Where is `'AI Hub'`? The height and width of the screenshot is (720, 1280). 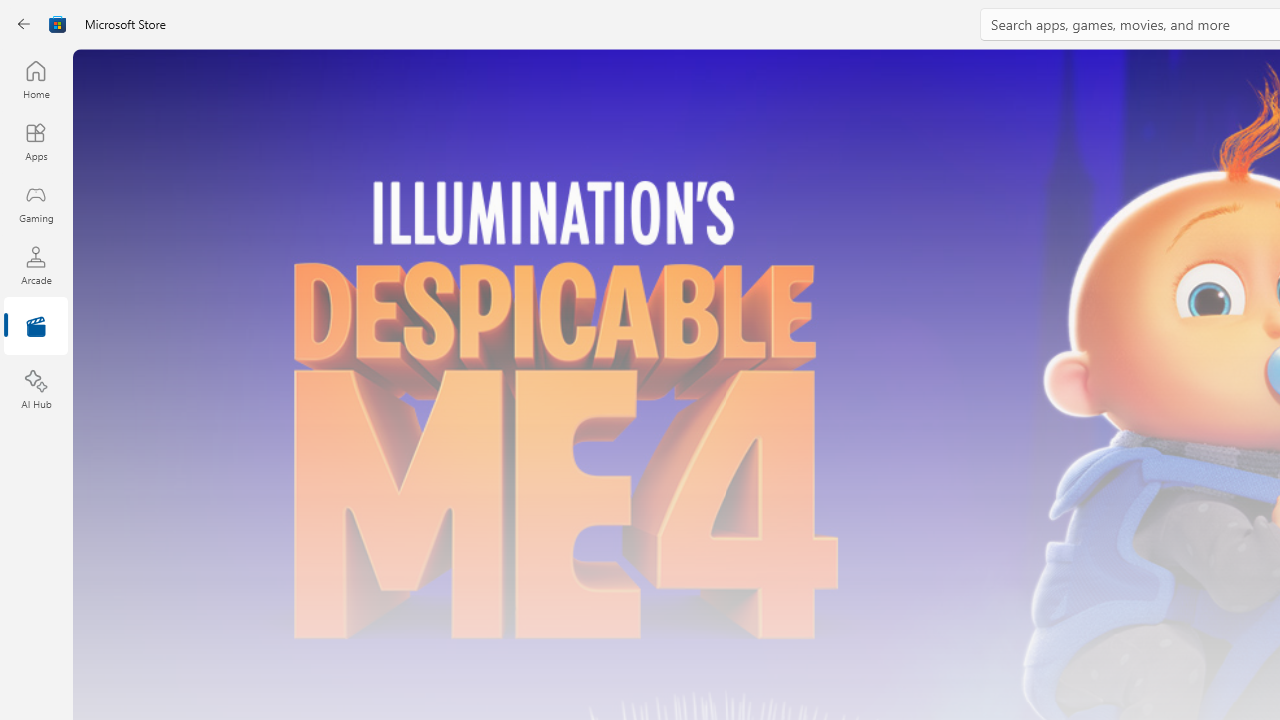 'AI Hub' is located at coordinates (35, 390).